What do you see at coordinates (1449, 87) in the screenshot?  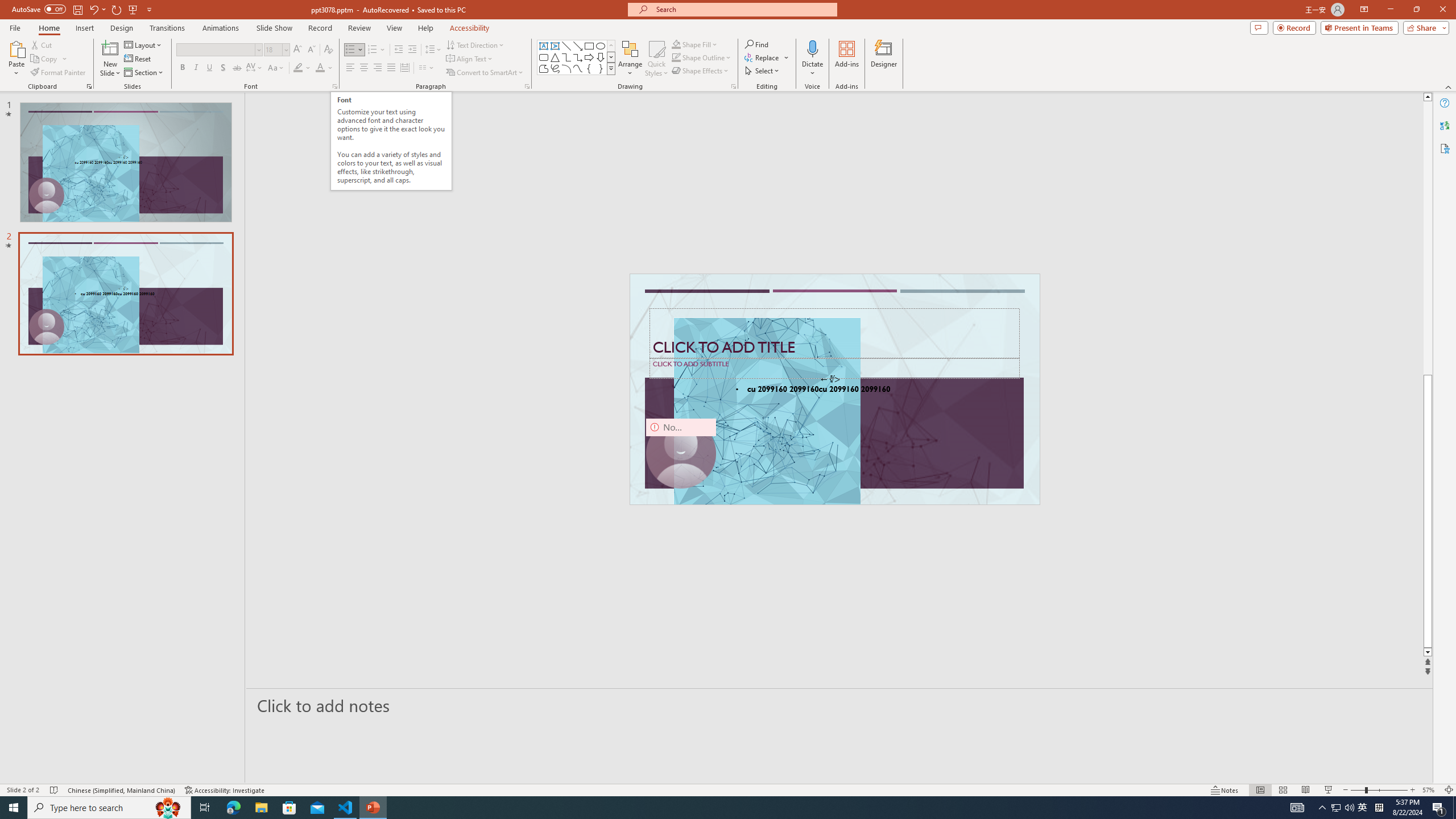 I see `'Collapse the Ribbon'` at bounding box center [1449, 87].